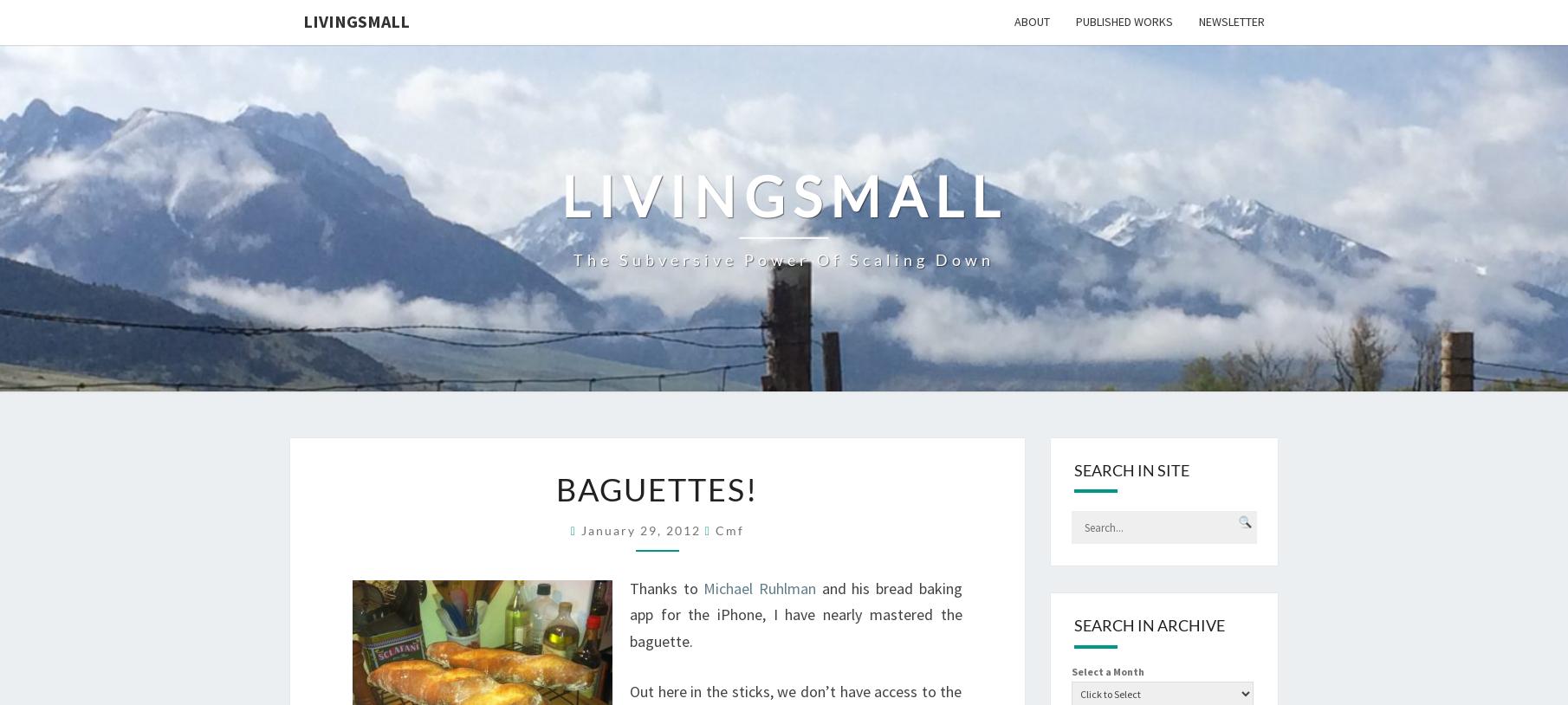  What do you see at coordinates (666, 587) in the screenshot?
I see `'Thanks to'` at bounding box center [666, 587].